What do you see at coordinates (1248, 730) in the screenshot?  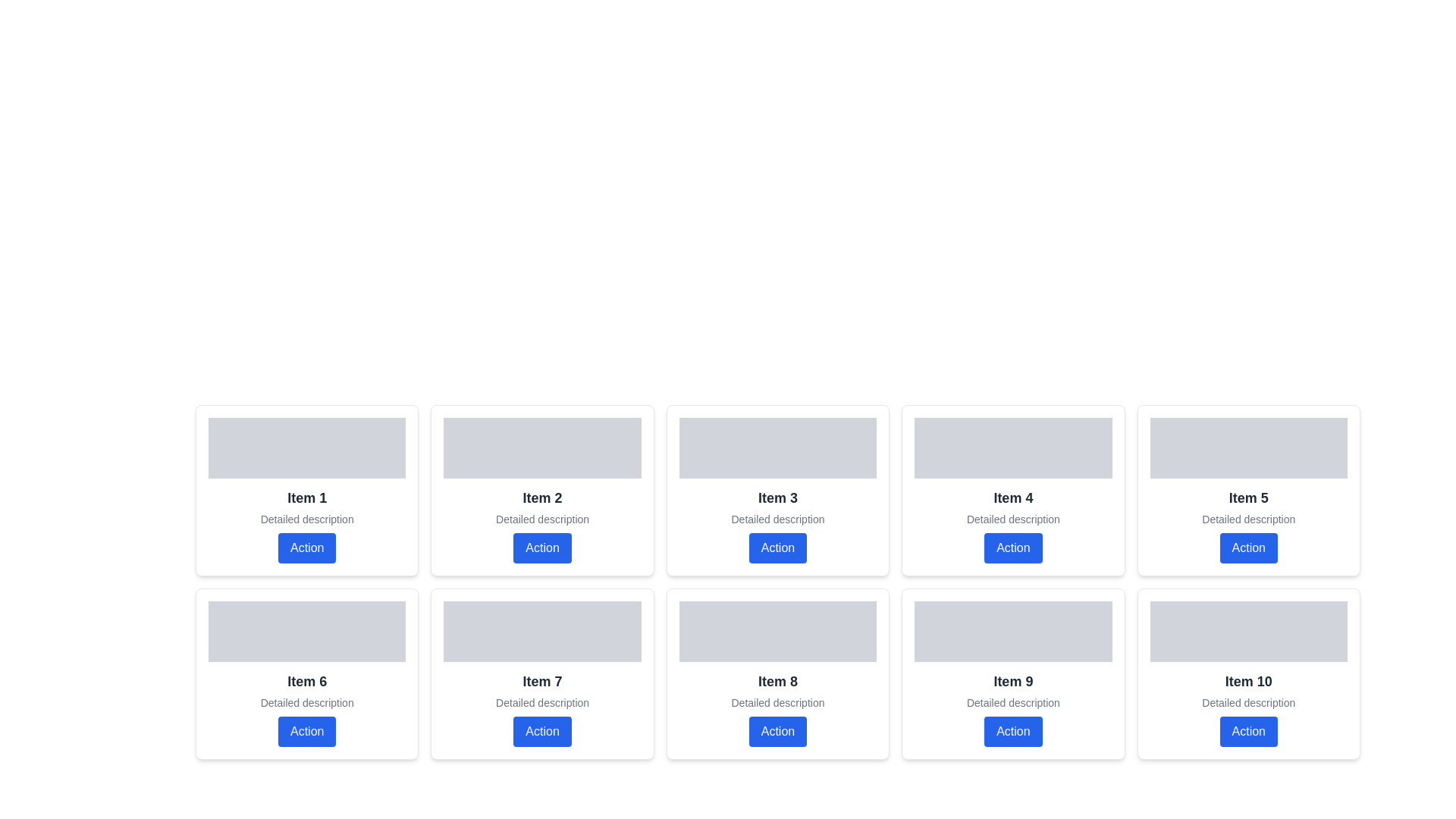 I see `the button located in the 'Item 10' card` at bounding box center [1248, 730].